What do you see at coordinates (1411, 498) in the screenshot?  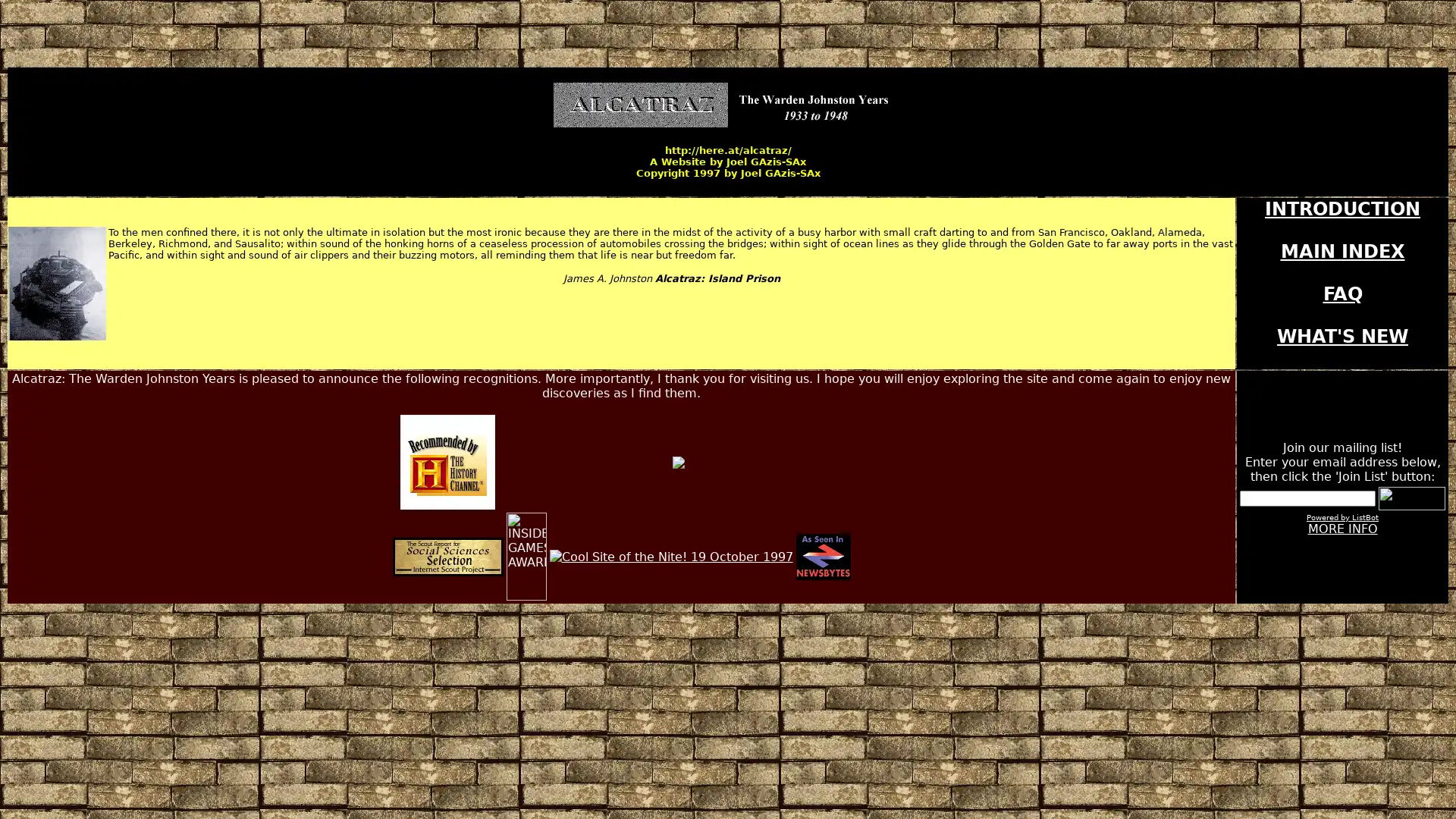 I see `Click here to join our mailing list!` at bounding box center [1411, 498].